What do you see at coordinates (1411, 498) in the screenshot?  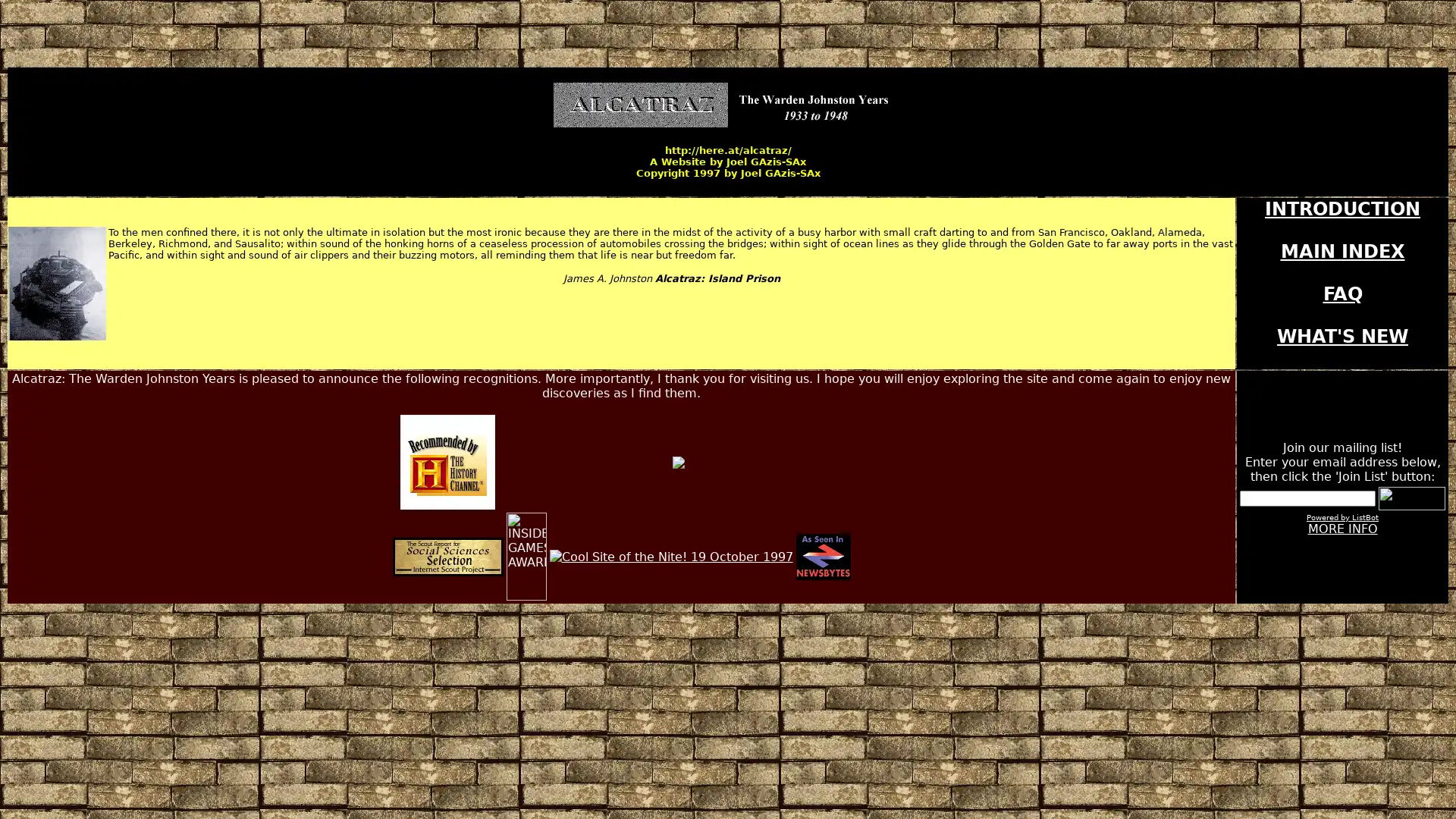 I see `Click here to join our mailing list!` at bounding box center [1411, 498].